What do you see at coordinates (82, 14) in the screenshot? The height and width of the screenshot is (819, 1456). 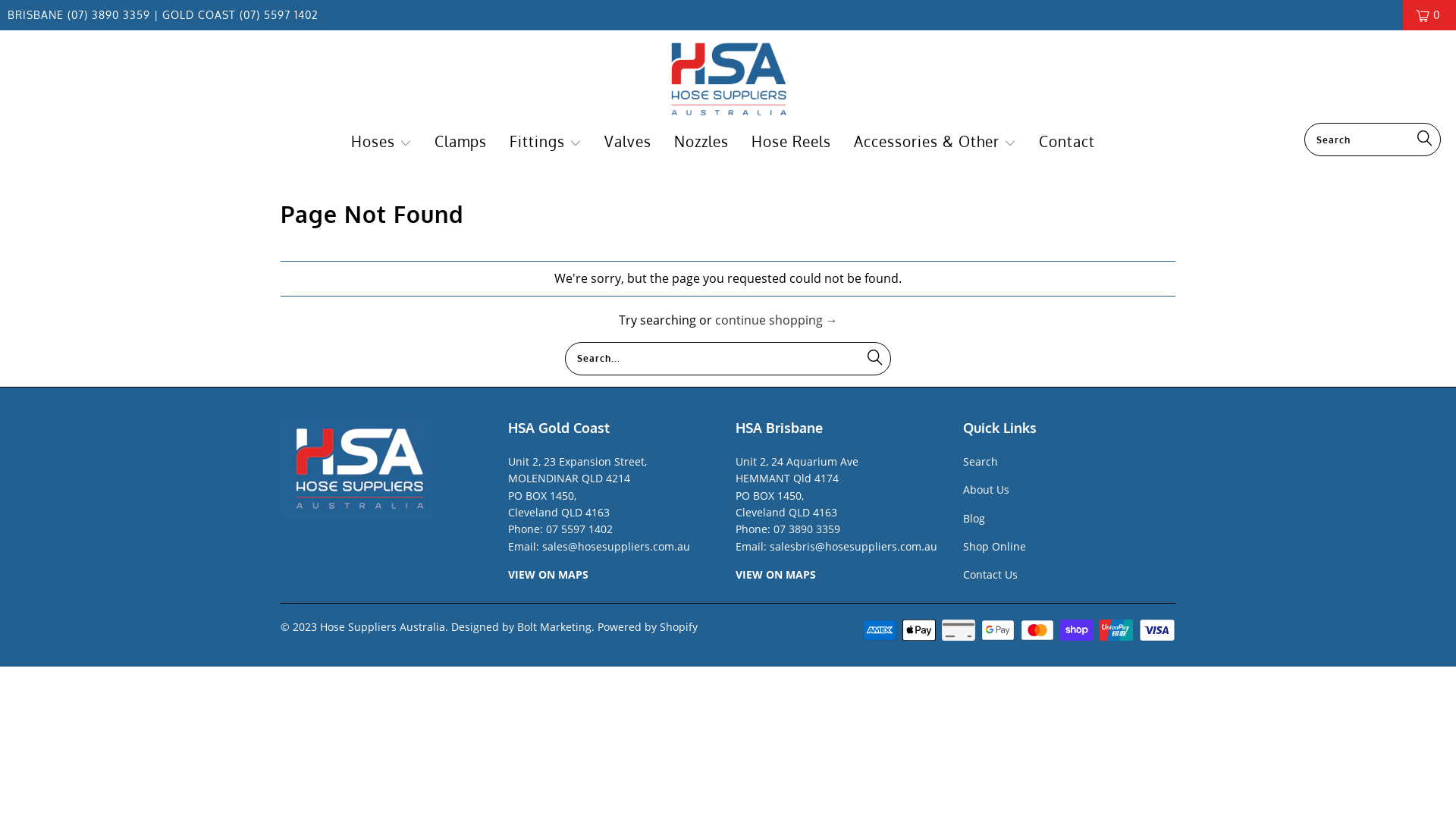 I see `'BRISBANE (07) 3890 3359 |'` at bounding box center [82, 14].